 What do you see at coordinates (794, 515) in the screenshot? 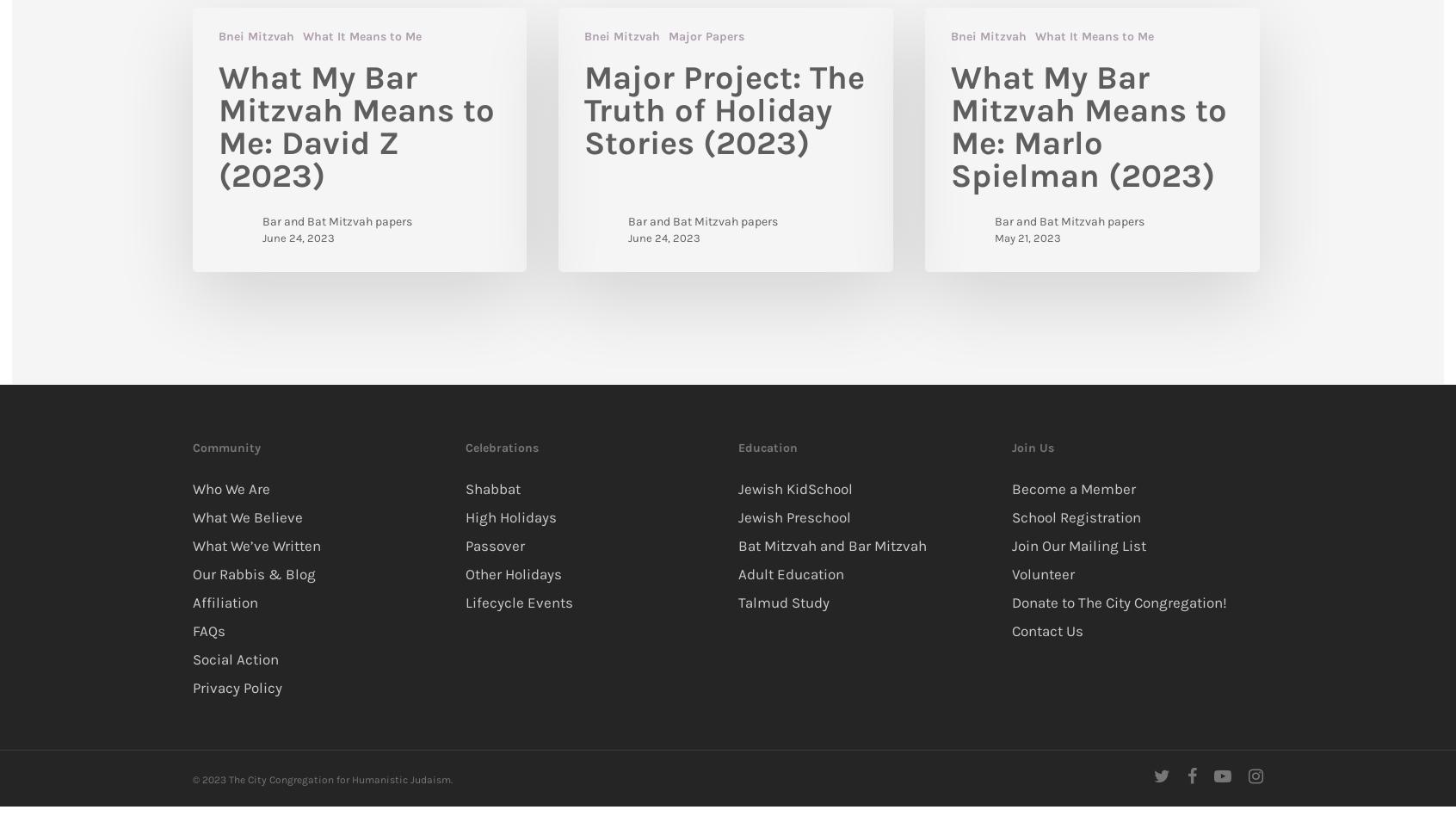
I see `'Jewish Preschool'` at bounding box center [794, 515].